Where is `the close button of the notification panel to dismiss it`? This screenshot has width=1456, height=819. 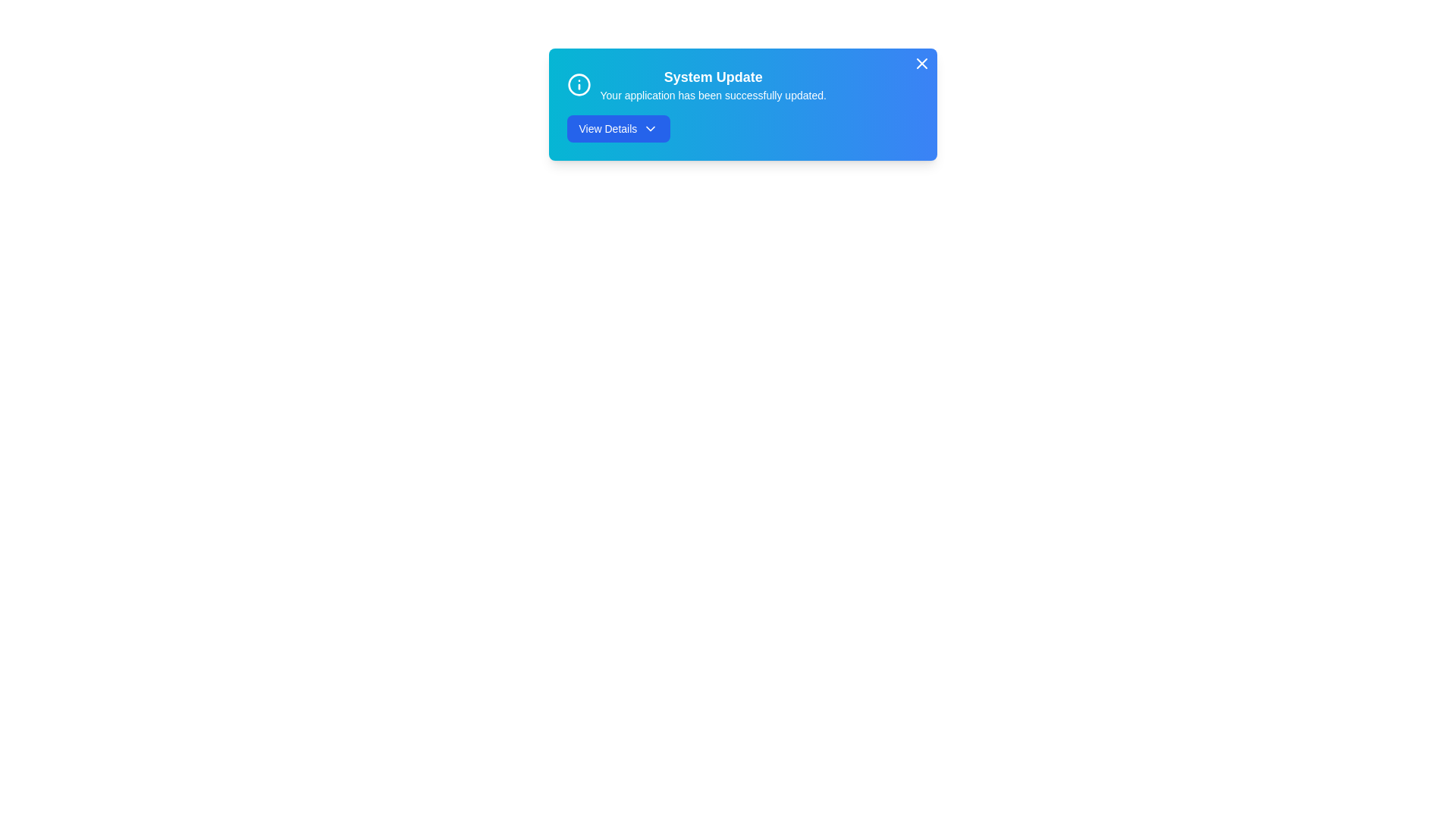
the close button of the notification panel to dismiss it is located at coordinates (921, 63).